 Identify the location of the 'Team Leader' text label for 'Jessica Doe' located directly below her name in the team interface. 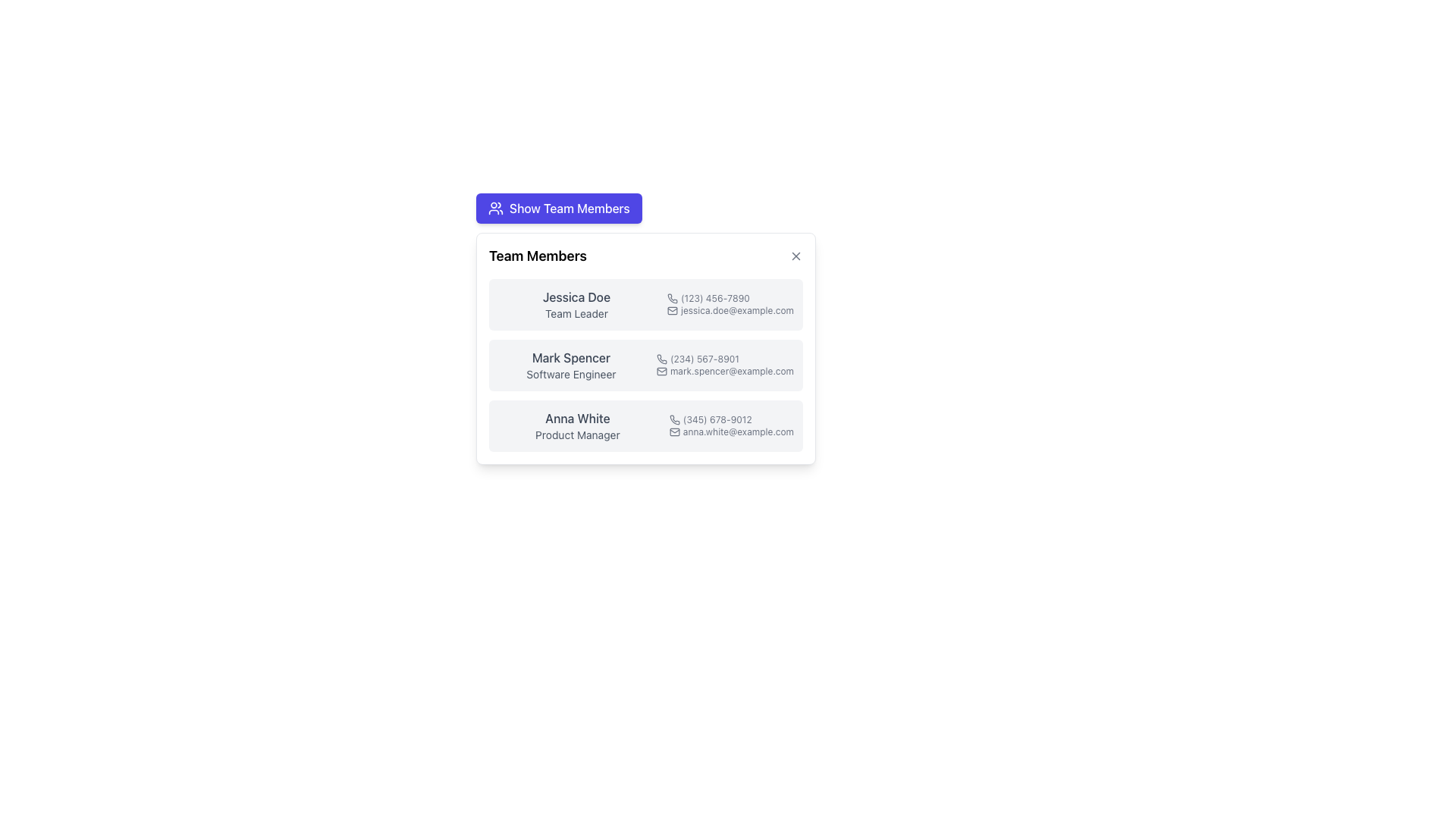
(576, 312).